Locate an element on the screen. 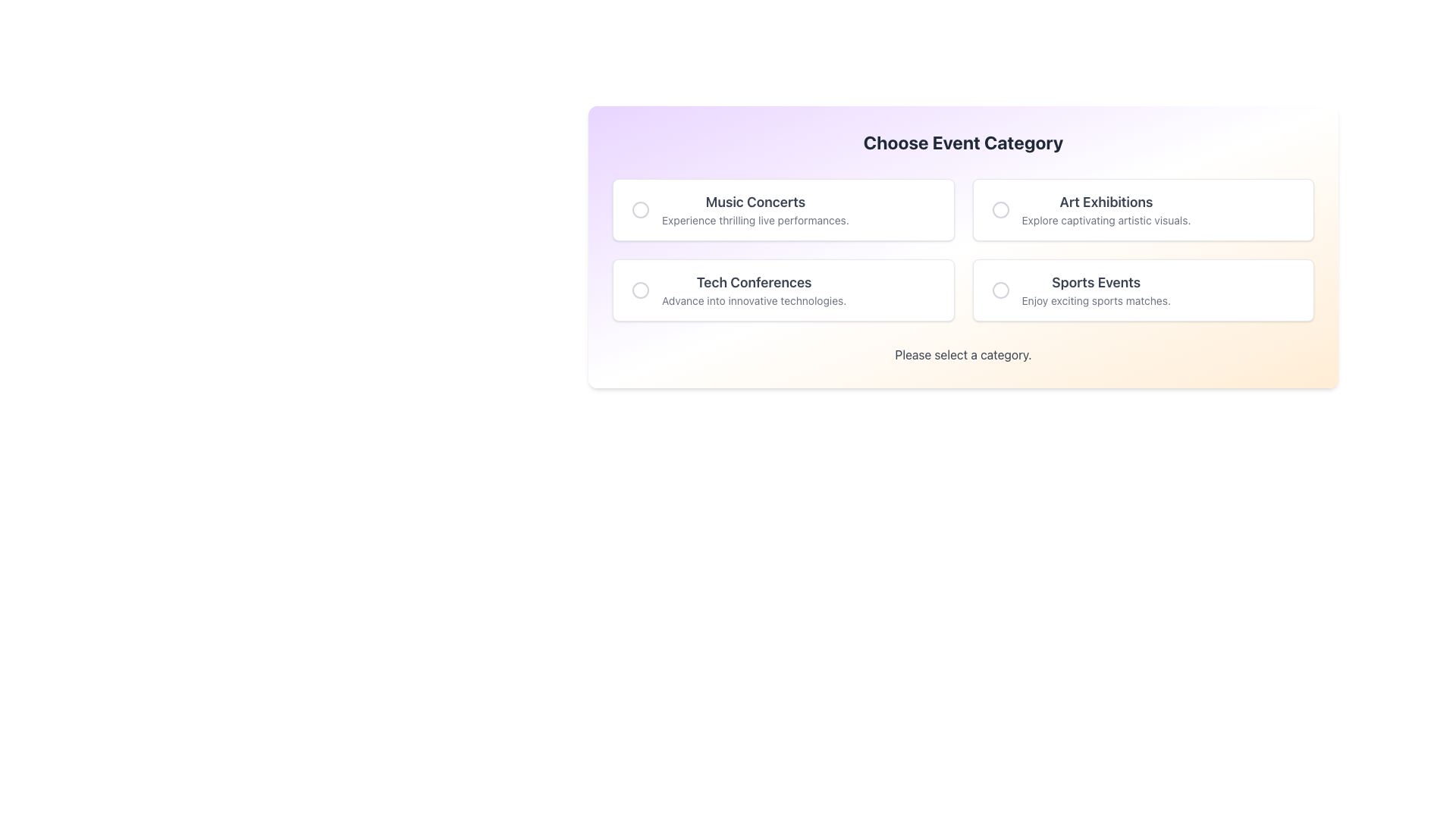 Image resolution: width=1456 pixels, height=819 pixels. static text displaying the category name 'Sports Events', located in the fourth option of the grid layout is located at coordinates (1096, 283).